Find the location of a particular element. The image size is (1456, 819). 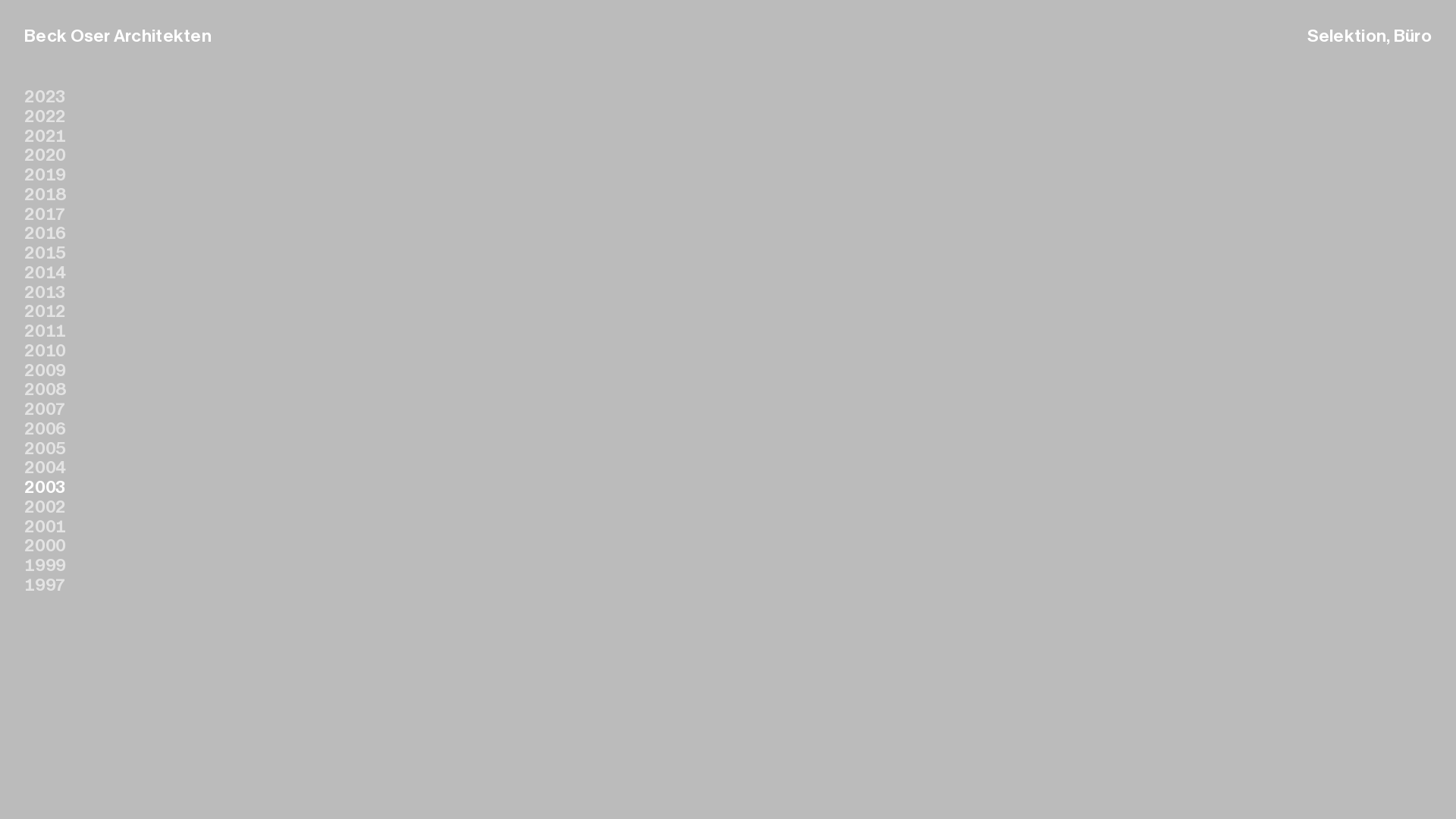

'2008' is located at coordinates (45, 388).